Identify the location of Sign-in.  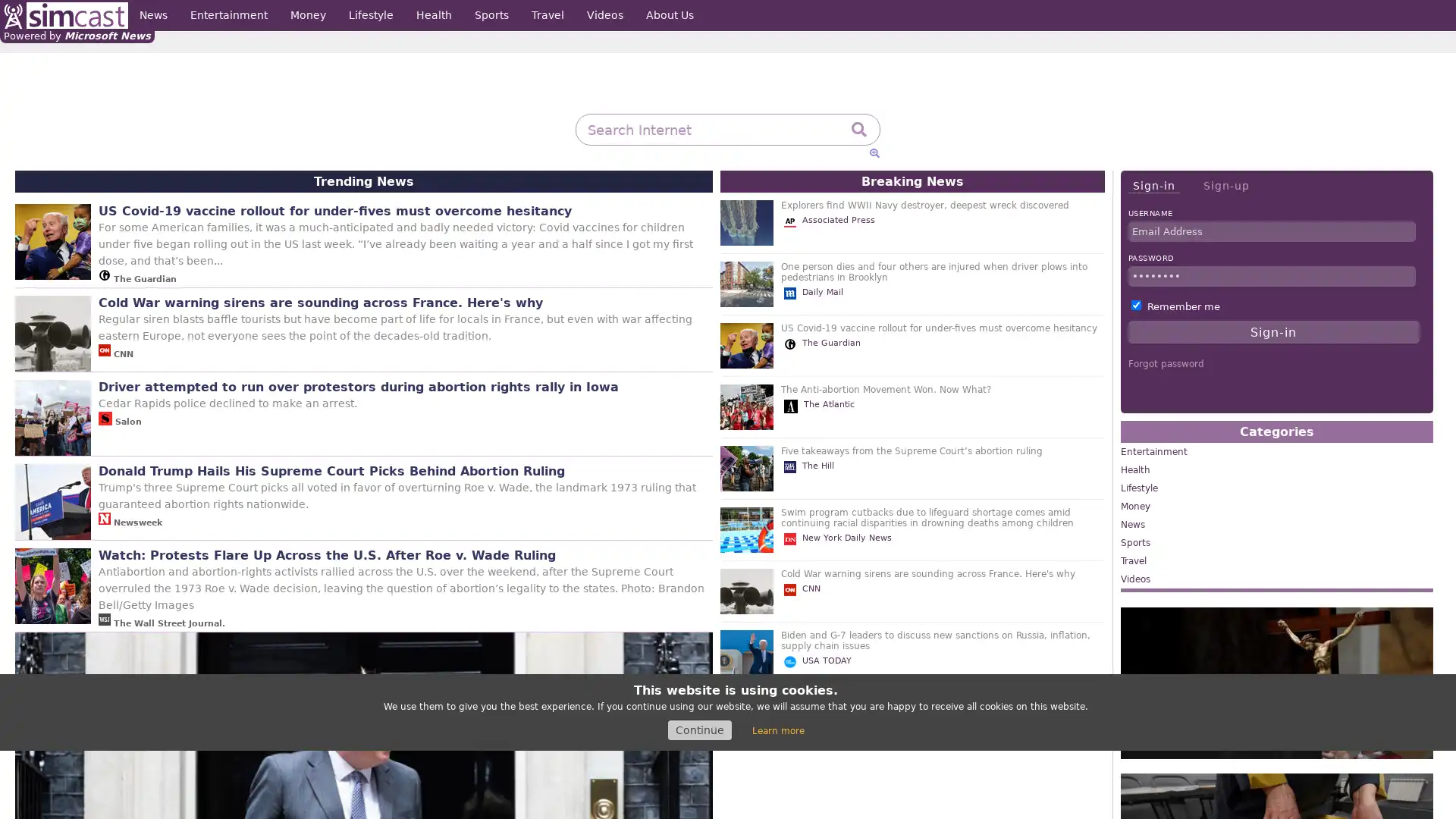
(1153, 185).